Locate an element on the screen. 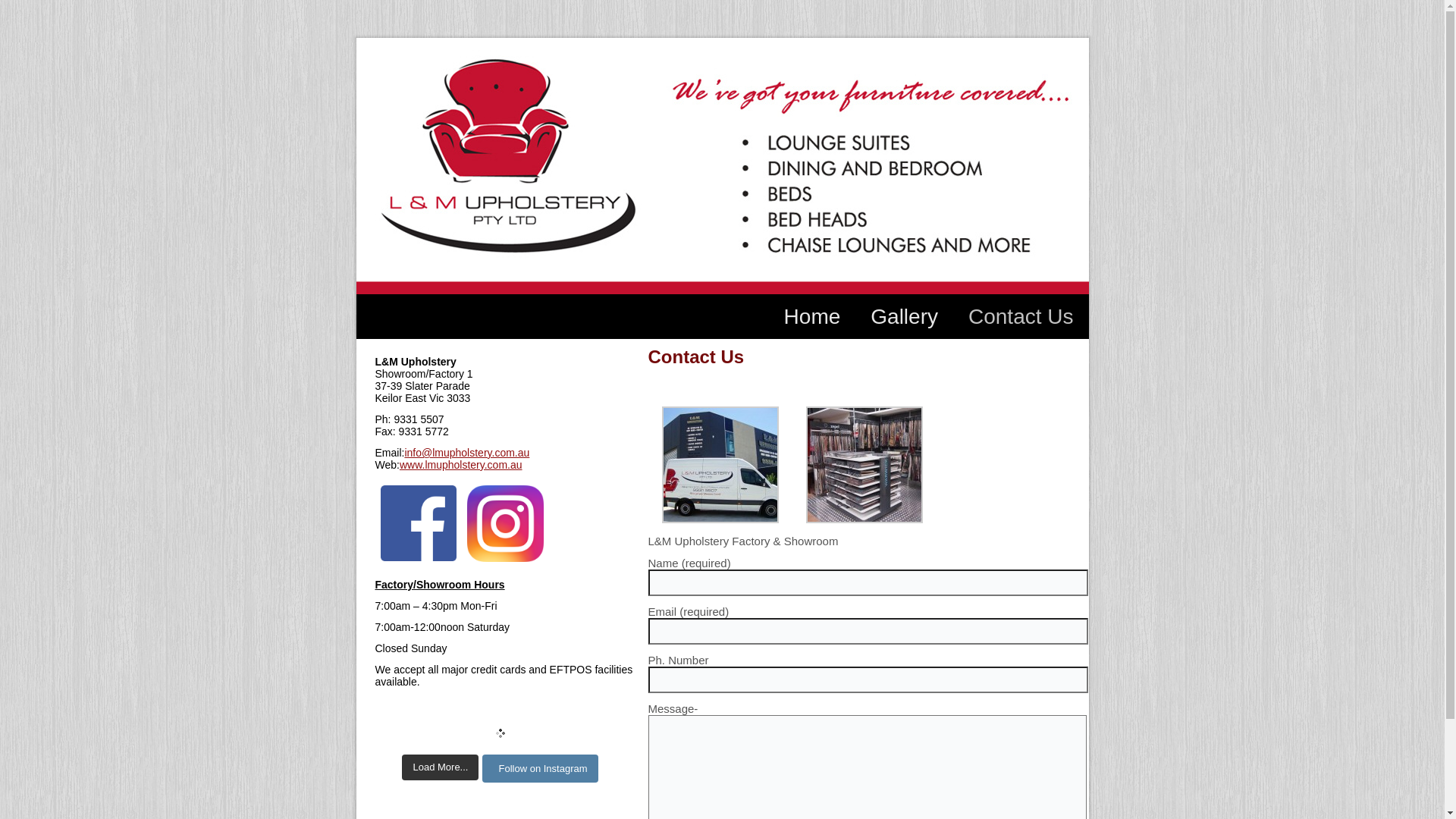 The height and width of the screenshot is (819, 1456). 'Load More...' is located at coordinates (439, 767).